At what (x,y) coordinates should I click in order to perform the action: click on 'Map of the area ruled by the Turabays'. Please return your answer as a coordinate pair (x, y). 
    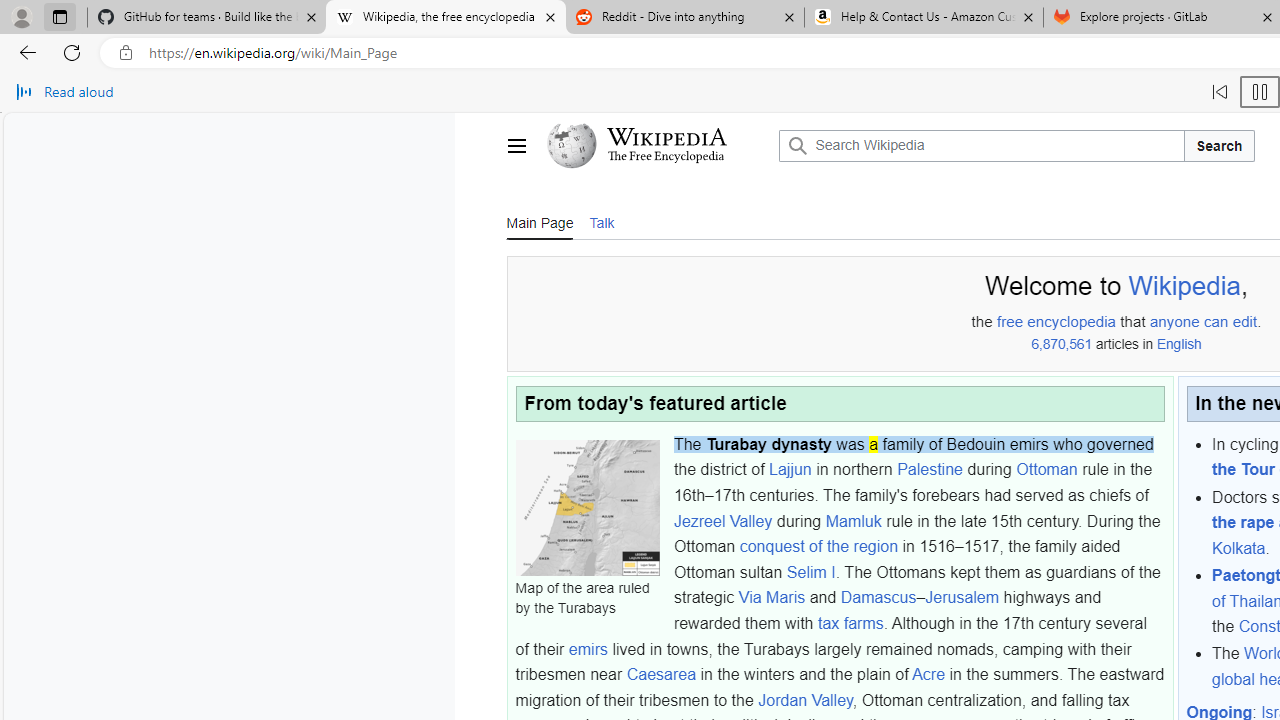
    Looking at the image, I should click on (586, 506).